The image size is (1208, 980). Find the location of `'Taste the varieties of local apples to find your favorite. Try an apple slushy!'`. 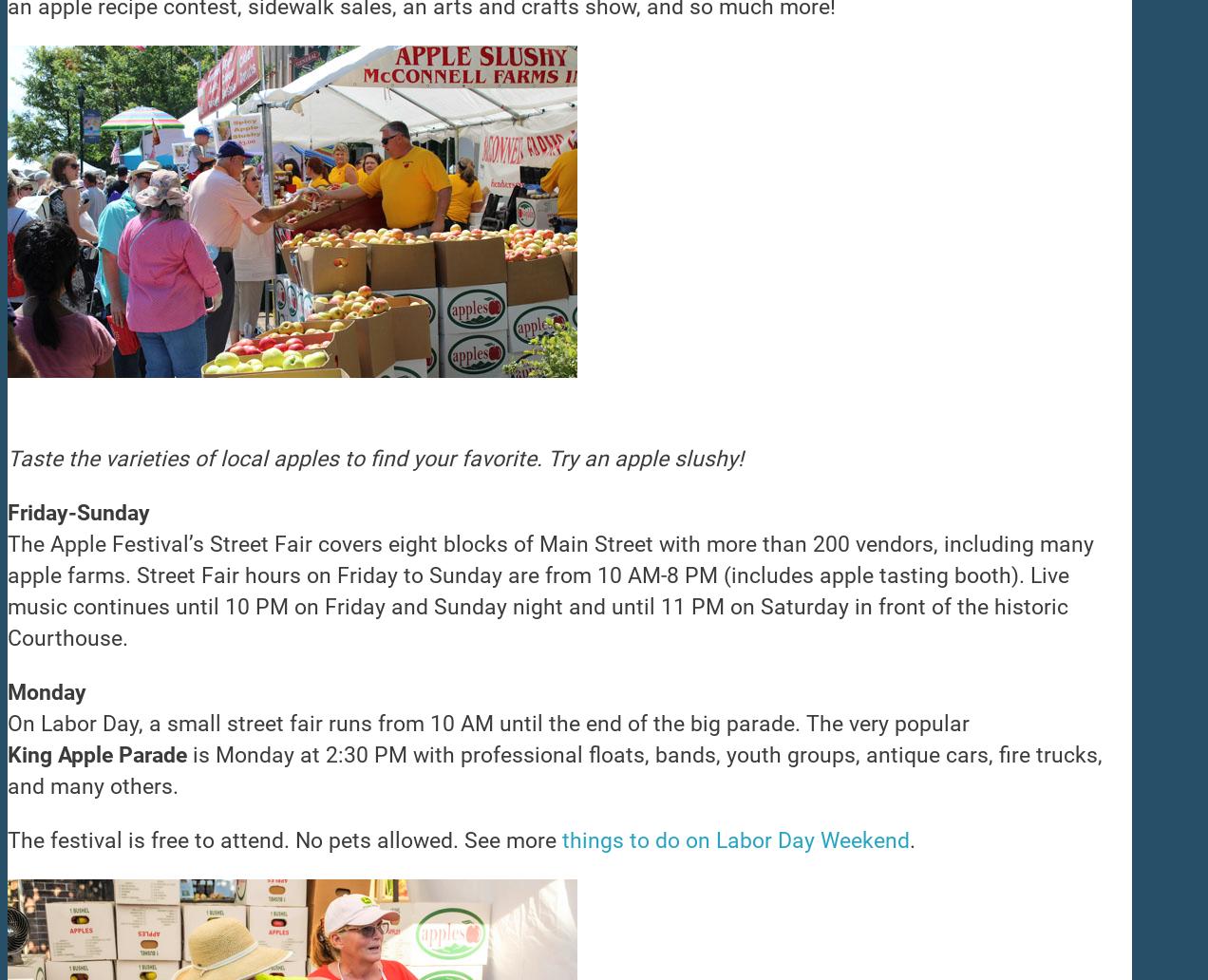

'Taste the varieties of local apples to find your favorite. Try an apple slushy!' is located at coordinates (375, 458).